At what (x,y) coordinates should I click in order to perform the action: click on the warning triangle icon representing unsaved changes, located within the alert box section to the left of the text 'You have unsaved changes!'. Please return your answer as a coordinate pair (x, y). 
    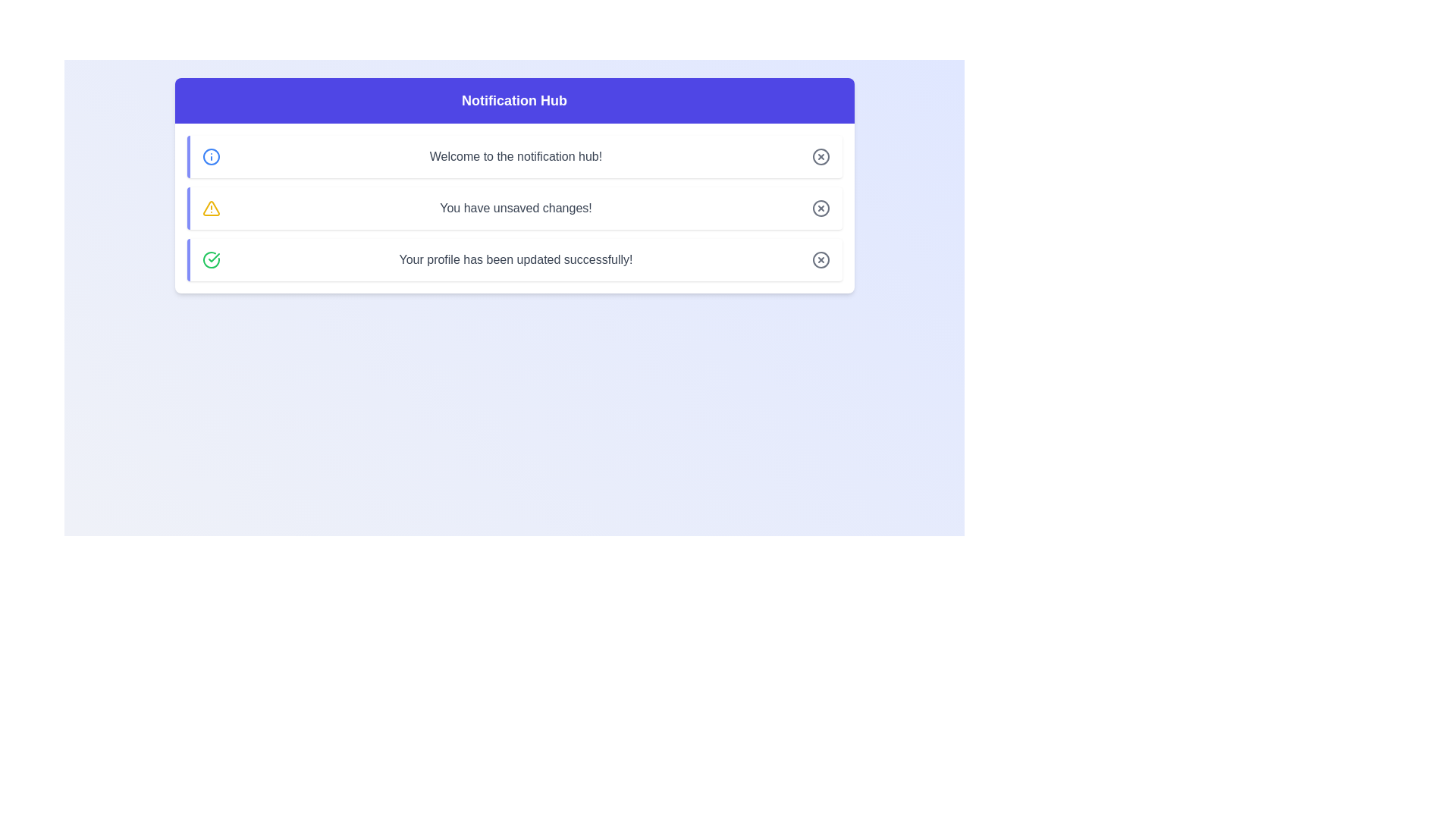
    Looking at the image, I should click on (210, 208).